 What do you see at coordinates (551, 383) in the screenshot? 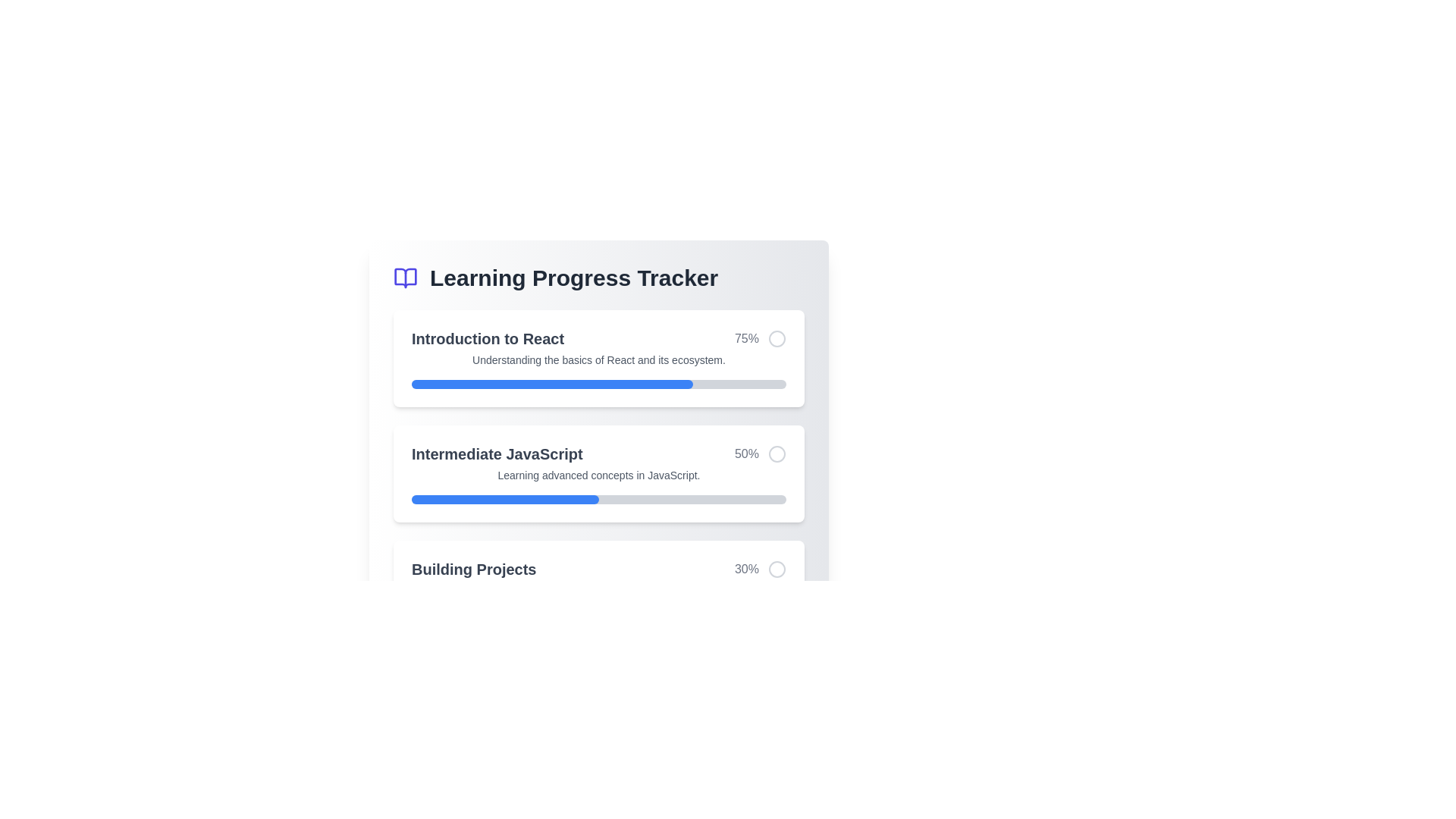
I see `the Progress bar fill indicating 75% completion of the 'Introduction to React' course in the 'Learning Progress Tracker' interface` at bounding box center [551, 383].